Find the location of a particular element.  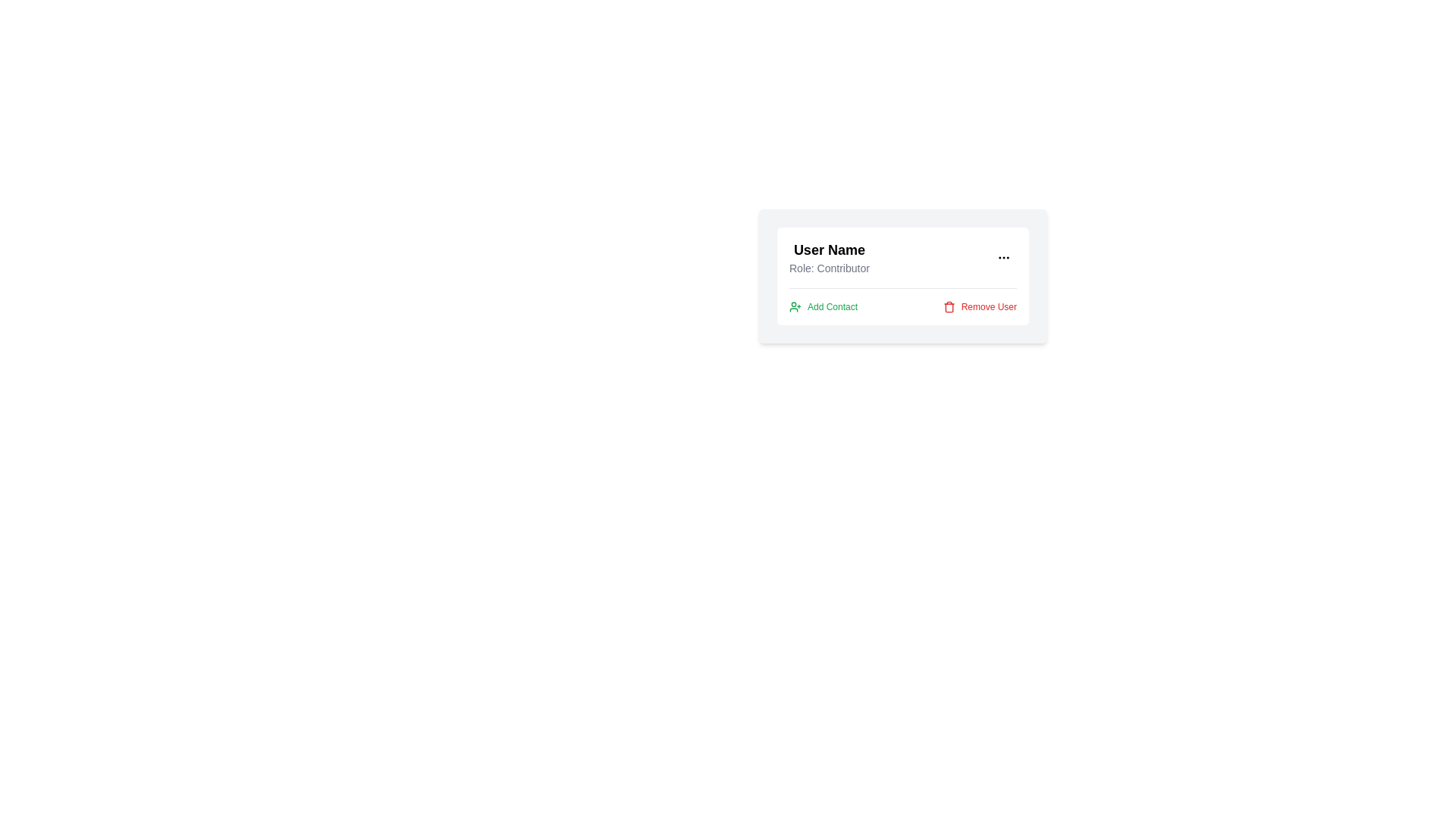

the red trash bin icon located to the left of the 'Remove User' text in the lower-right corner of the user details card is located at coordinates (948, 307).